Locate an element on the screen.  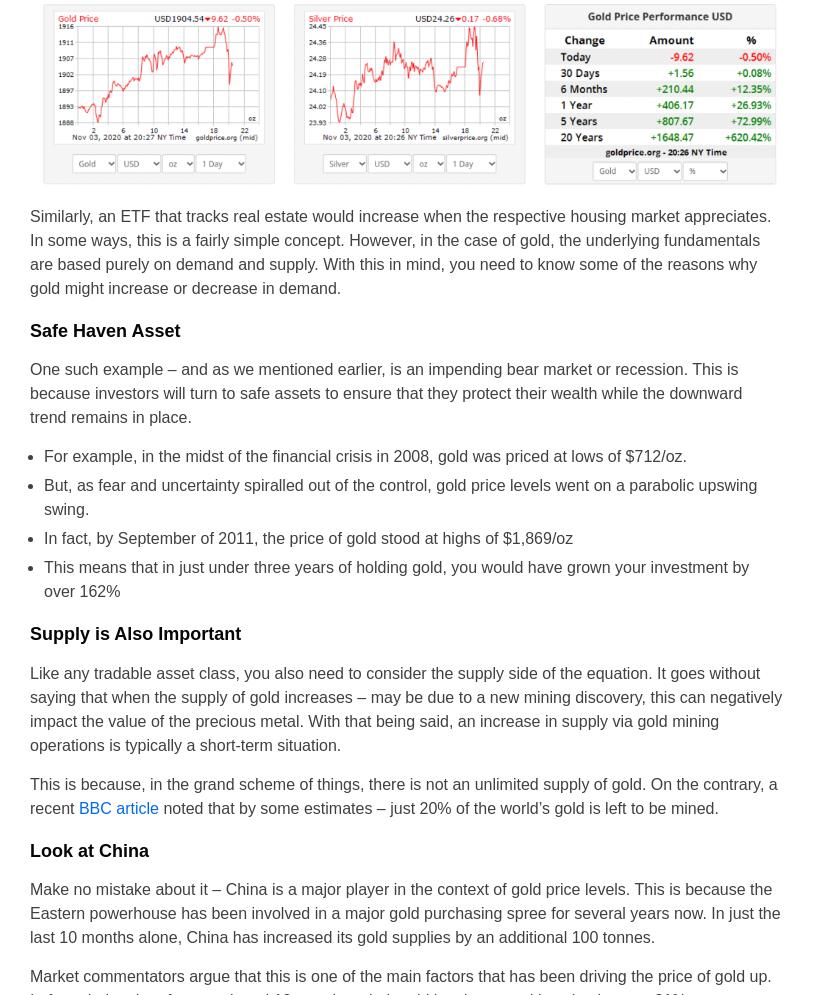
'But, as fear and uncertainty spiralled out of the control, gold price levels went on a parabolic upswing swing.' is located at coordinates (399, 497).